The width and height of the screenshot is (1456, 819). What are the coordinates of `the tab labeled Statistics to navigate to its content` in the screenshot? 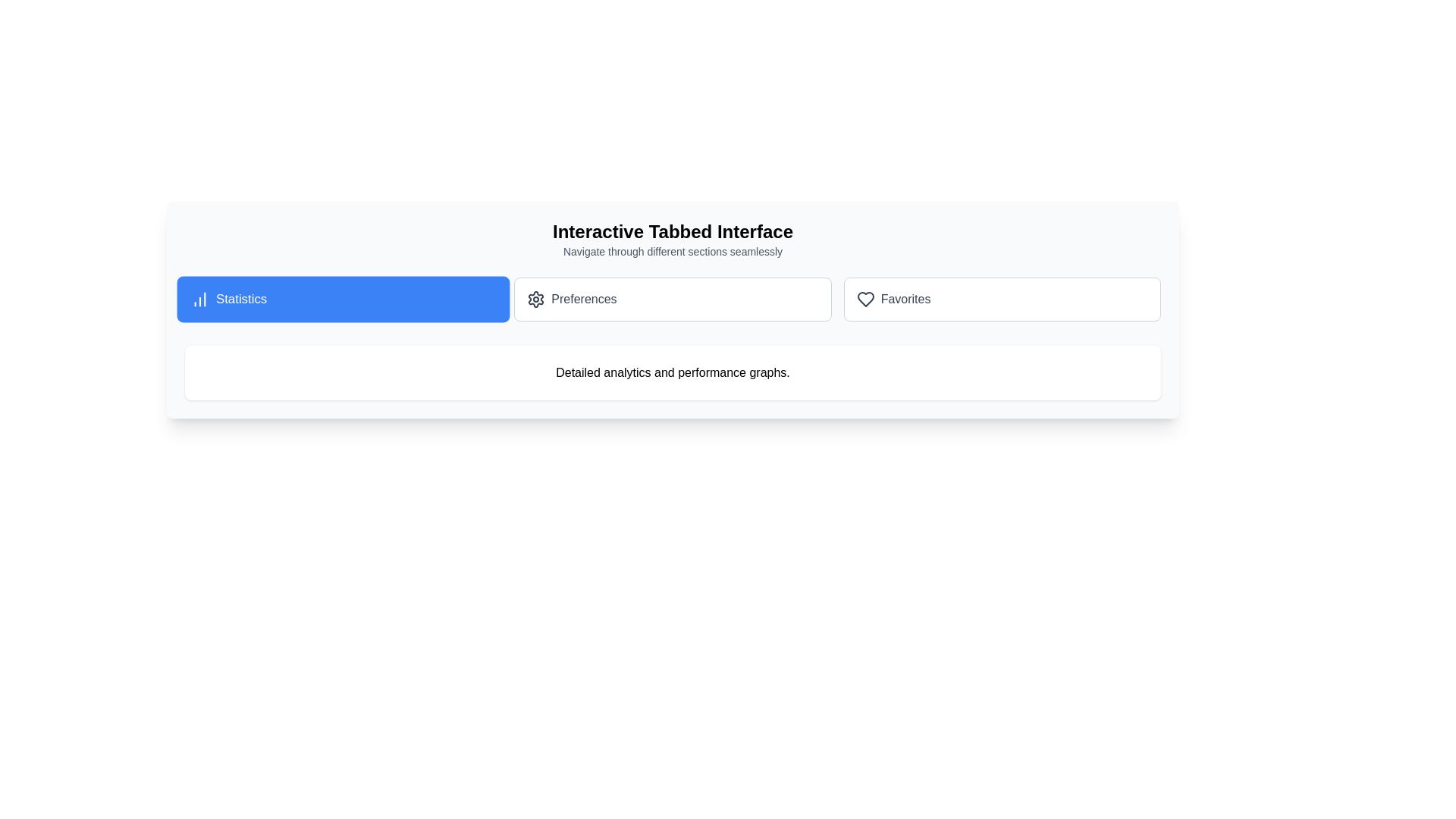 It's located at (342, 299).